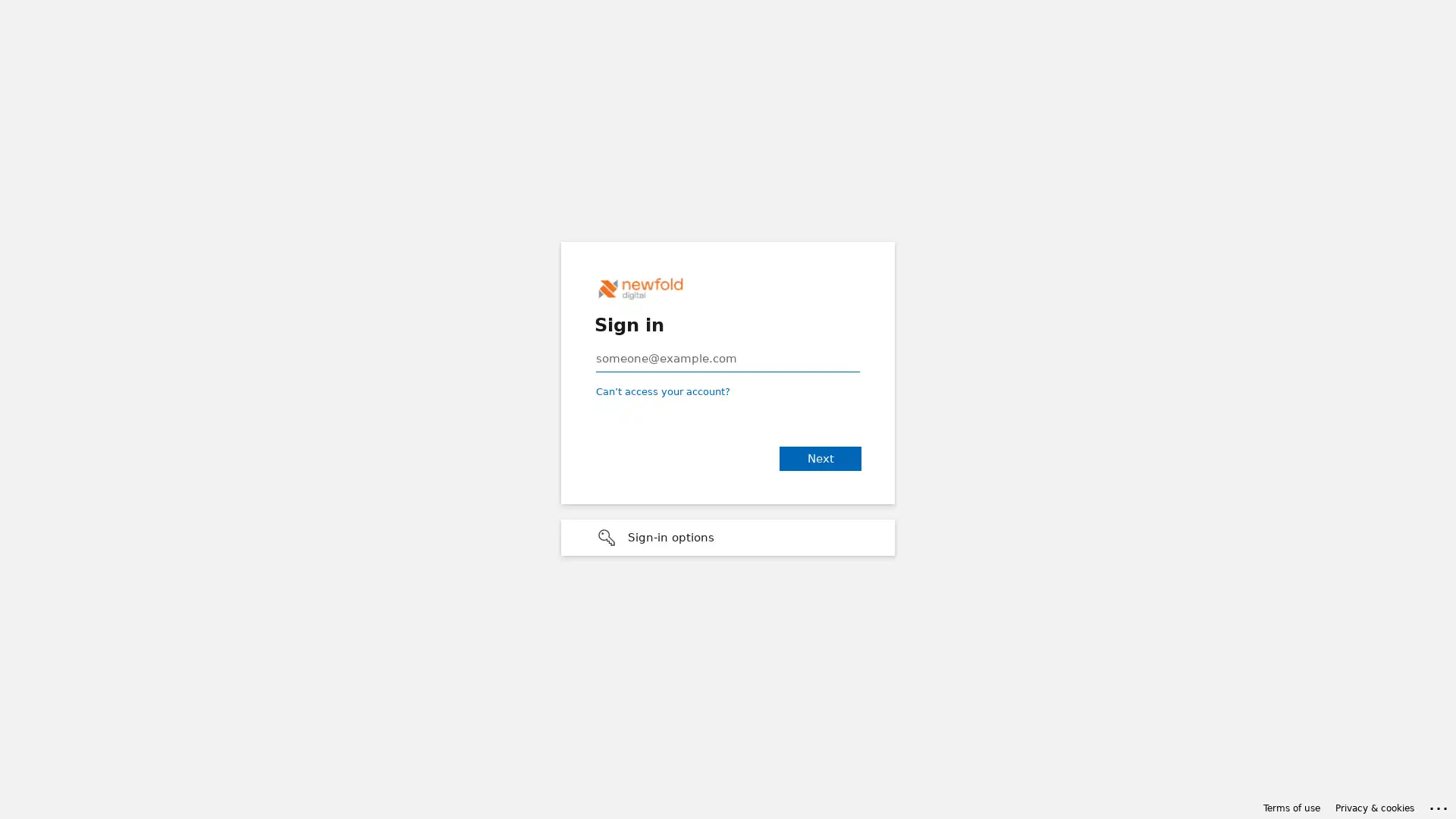 The height and width of the screenshot is (819, 1456). What do you see at coordinates (1439, 805) in the screenshot?
I see `Click here for troubleshooting information` at bounding box center [1439, 805].